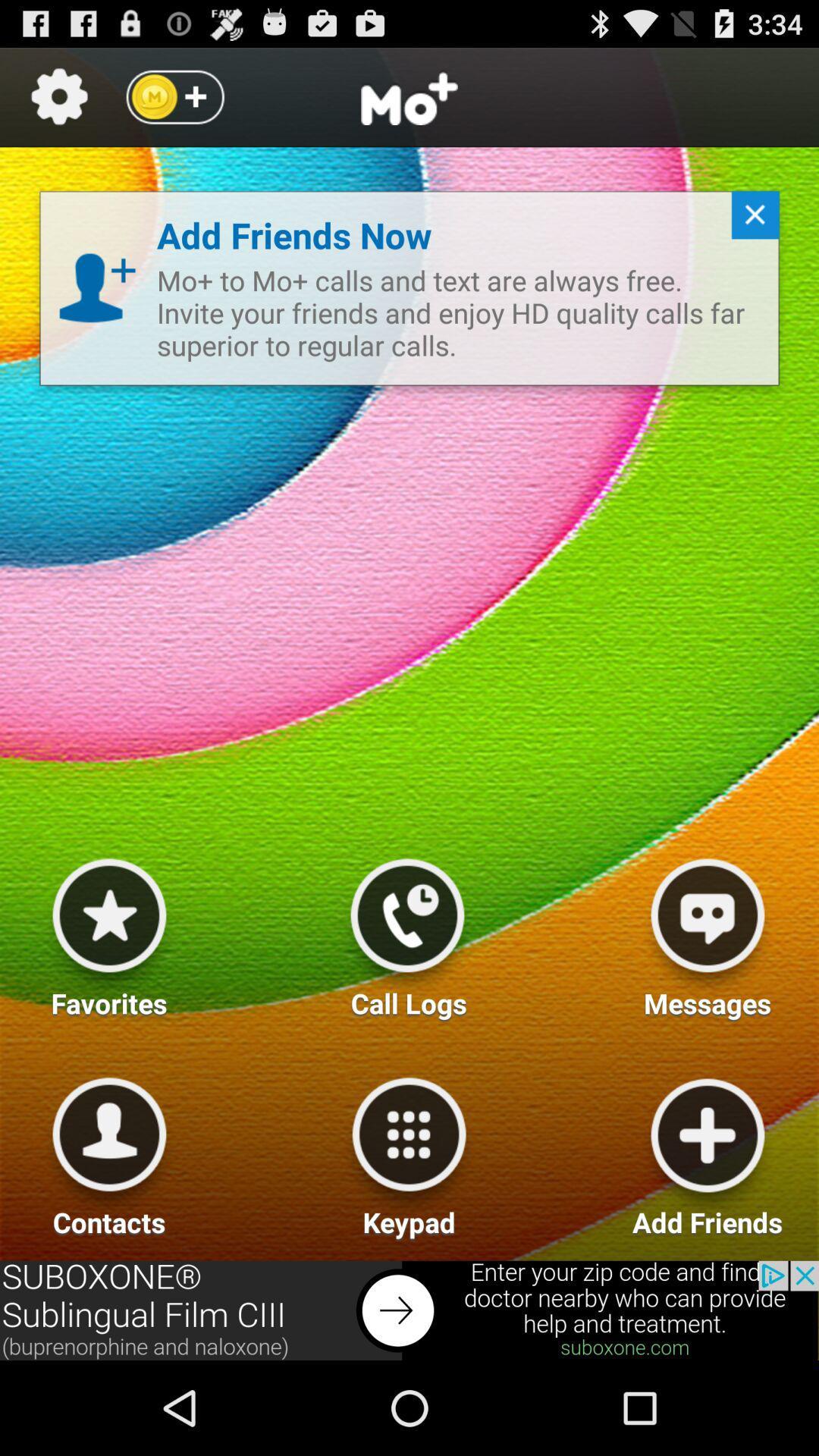 The height and width of the screenshot is (1456, 819). What do you see at coordinates (58, 96) in the screenshot?
I see `setting option` at bounding box center [58, 96].